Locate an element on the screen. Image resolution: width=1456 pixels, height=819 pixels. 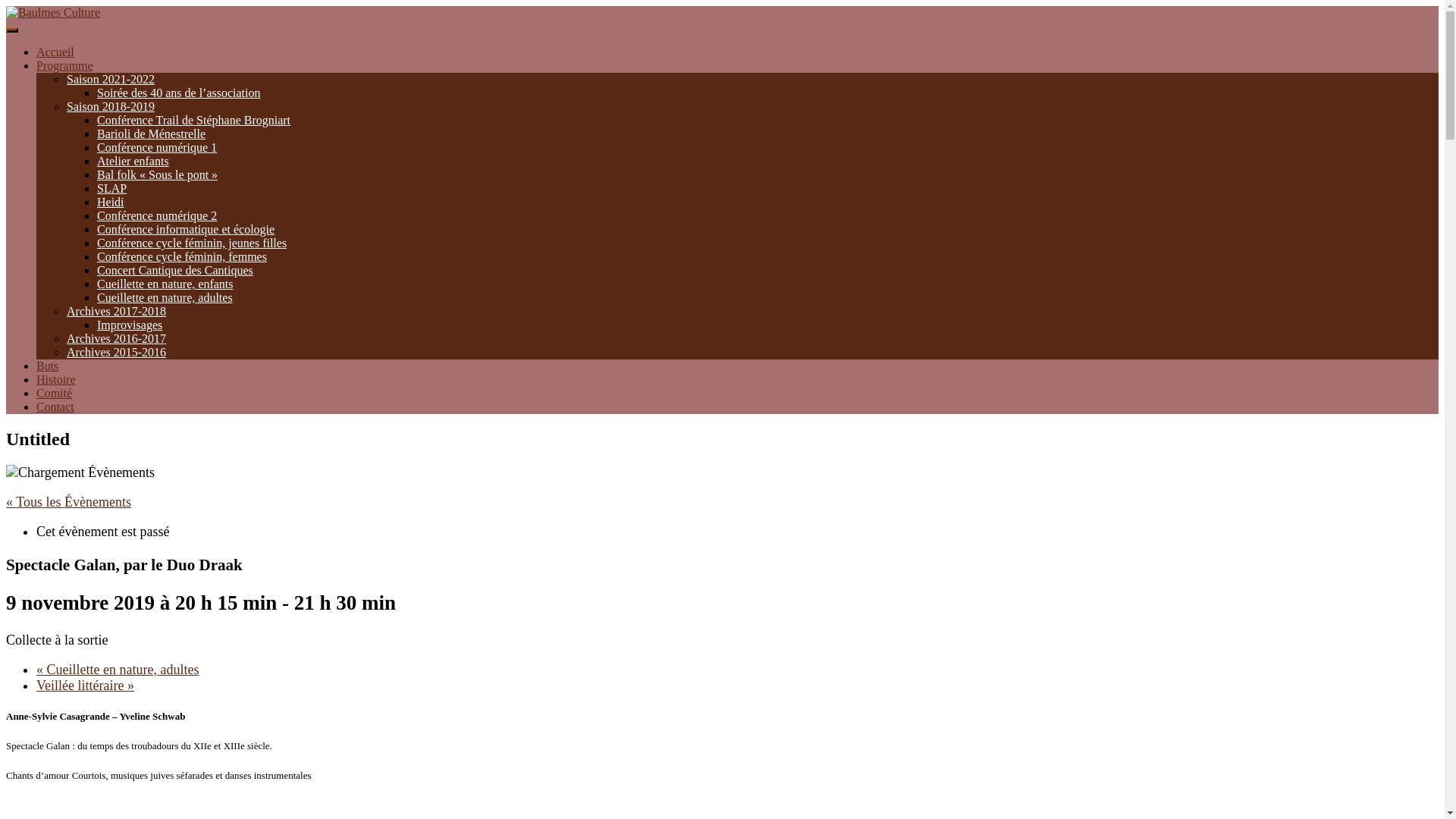
'Skip to main content' is located at coordinates (5, 5).